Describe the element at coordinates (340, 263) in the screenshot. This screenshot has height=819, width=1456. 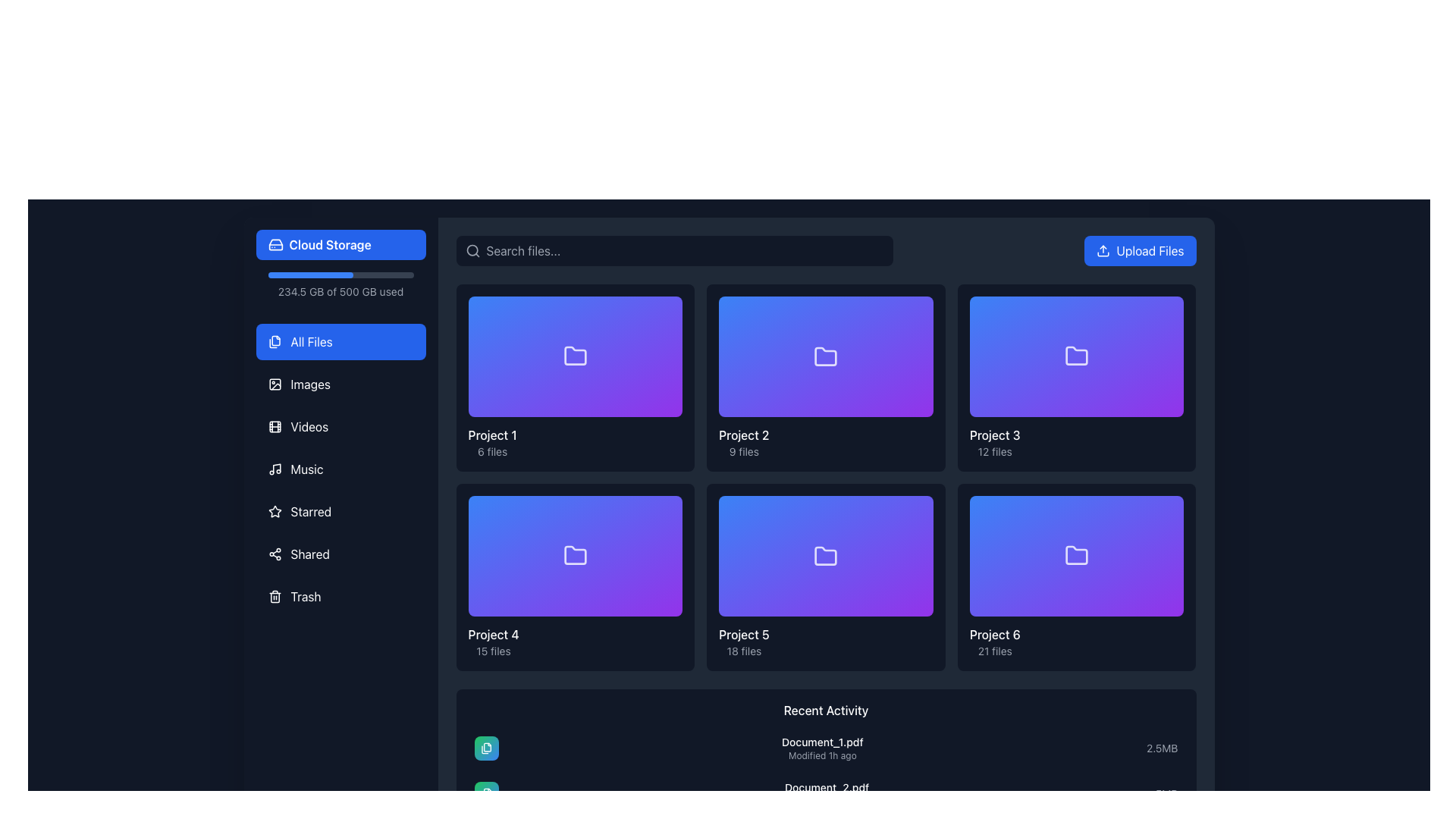
I see `the Information display module with a progress indicator located in the top-left section of the application interface, above the vertical list of navigational options` at that location.